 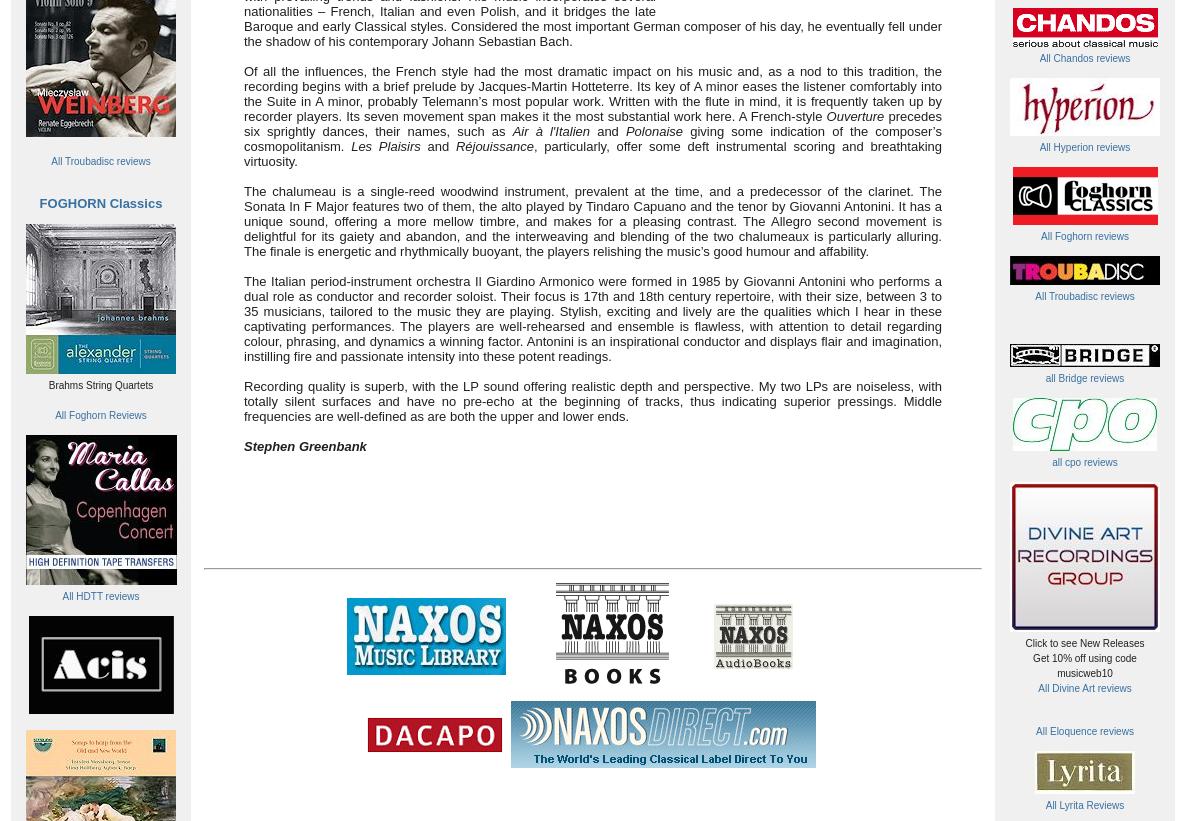 What do you see at coordinates (592, 316) in the screenshot?
I see `'The Italian period-instrument orchestra Il Giardino Armonico were formed in 1985 by Giovanni Antonini who performs a dual role as conductor and recorder soloist. Their focus is 17th and 18th century repertoire, with their size, between 3 to 35 musicians, tailored to the music they are playing. Stylish, exciting and lively are the qualities which I hear in these captivating performances. The players are well-rehearsed and ensemble is flawless, with attention to detail regarding colour, phrasing, and dynamics a winning factor. Antonini is an inspirational conductor and displays flair and imagination, instilling fire and passionate intensity into these potent readings.'` at bounding box center [592, 316].